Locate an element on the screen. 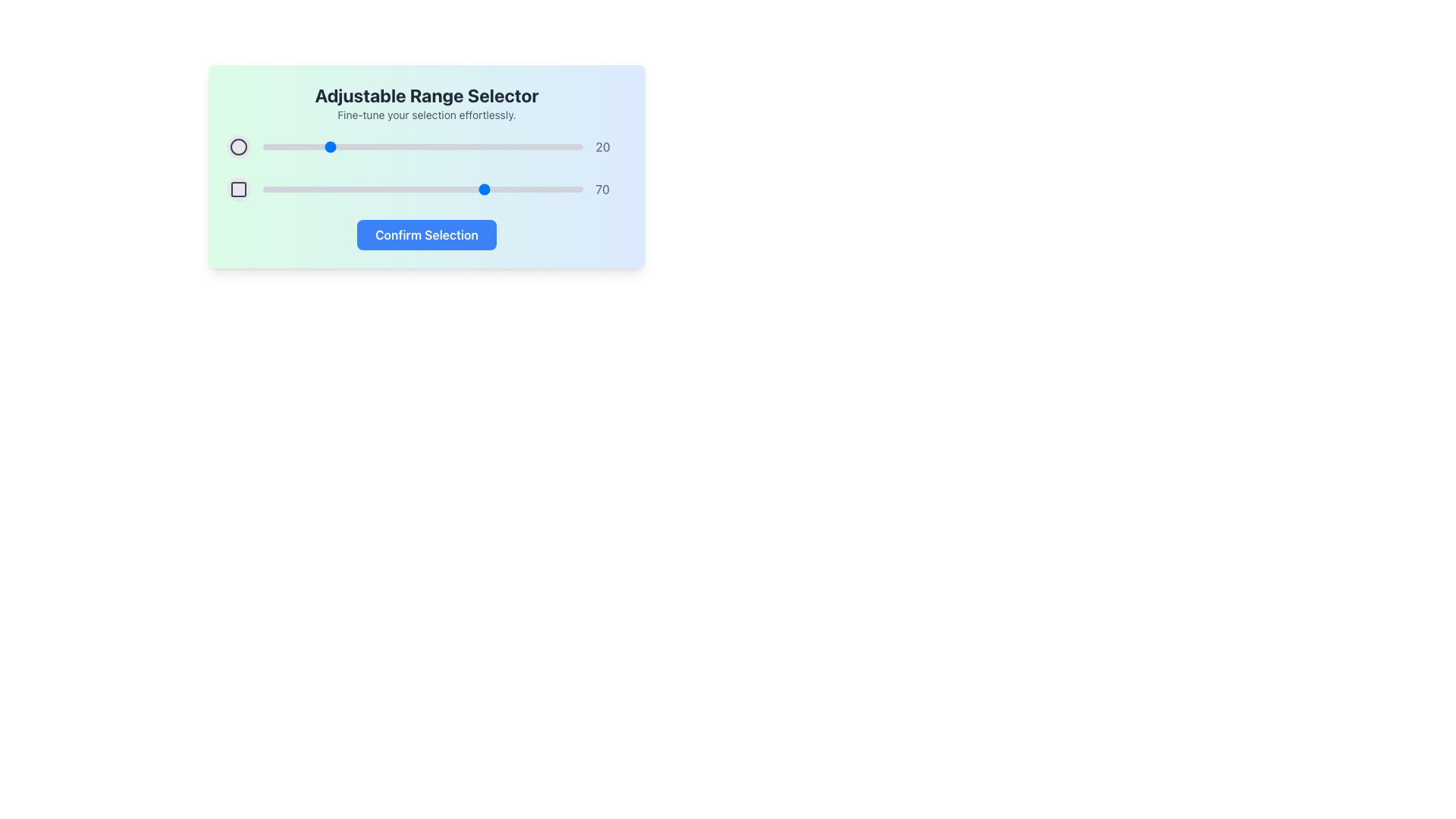 This screenshot has height=819, width=1456. the slider value is located at coordinates (339, 189).